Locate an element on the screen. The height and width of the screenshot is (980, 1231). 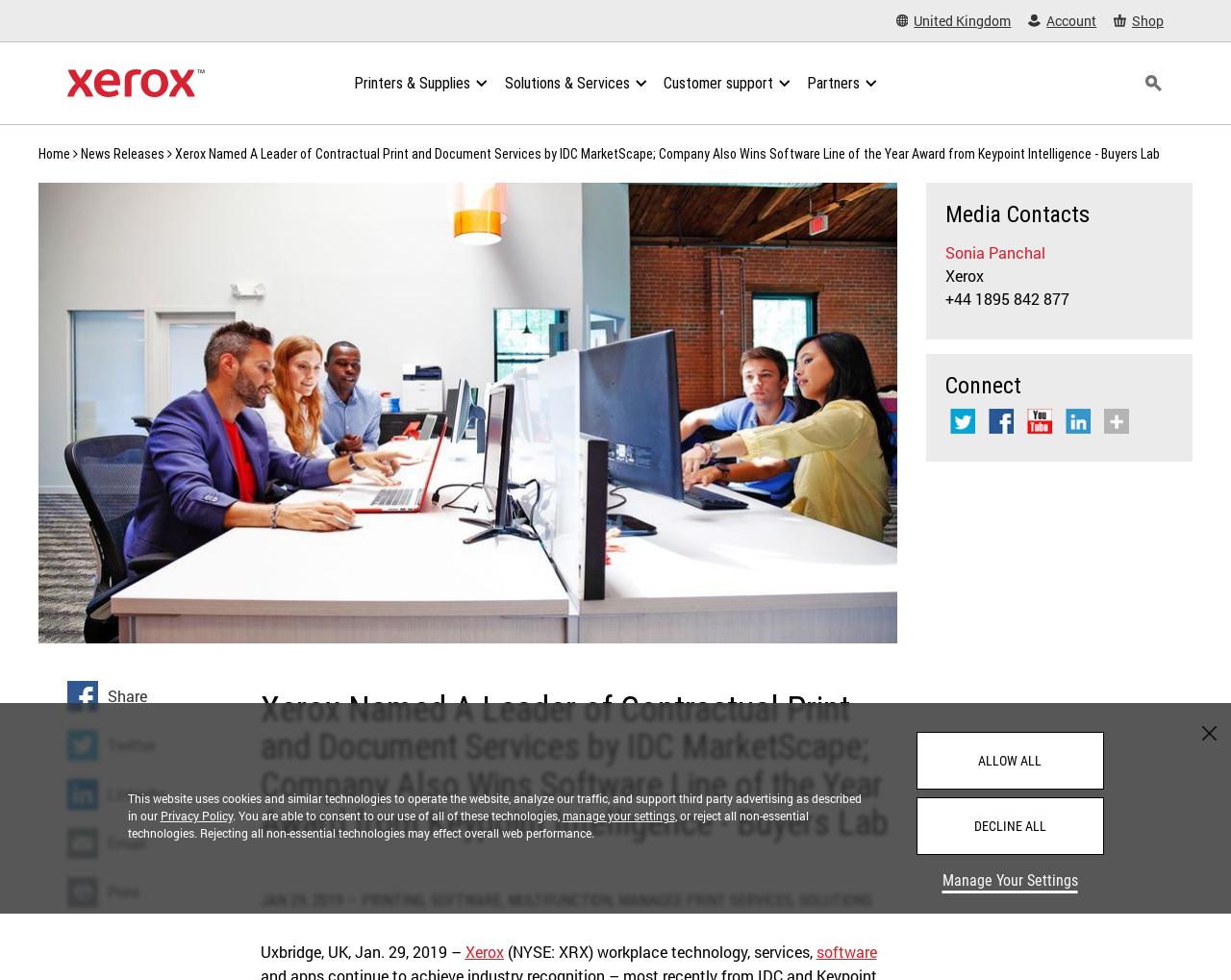
'Printers &' is located at coordinates (354, 82).